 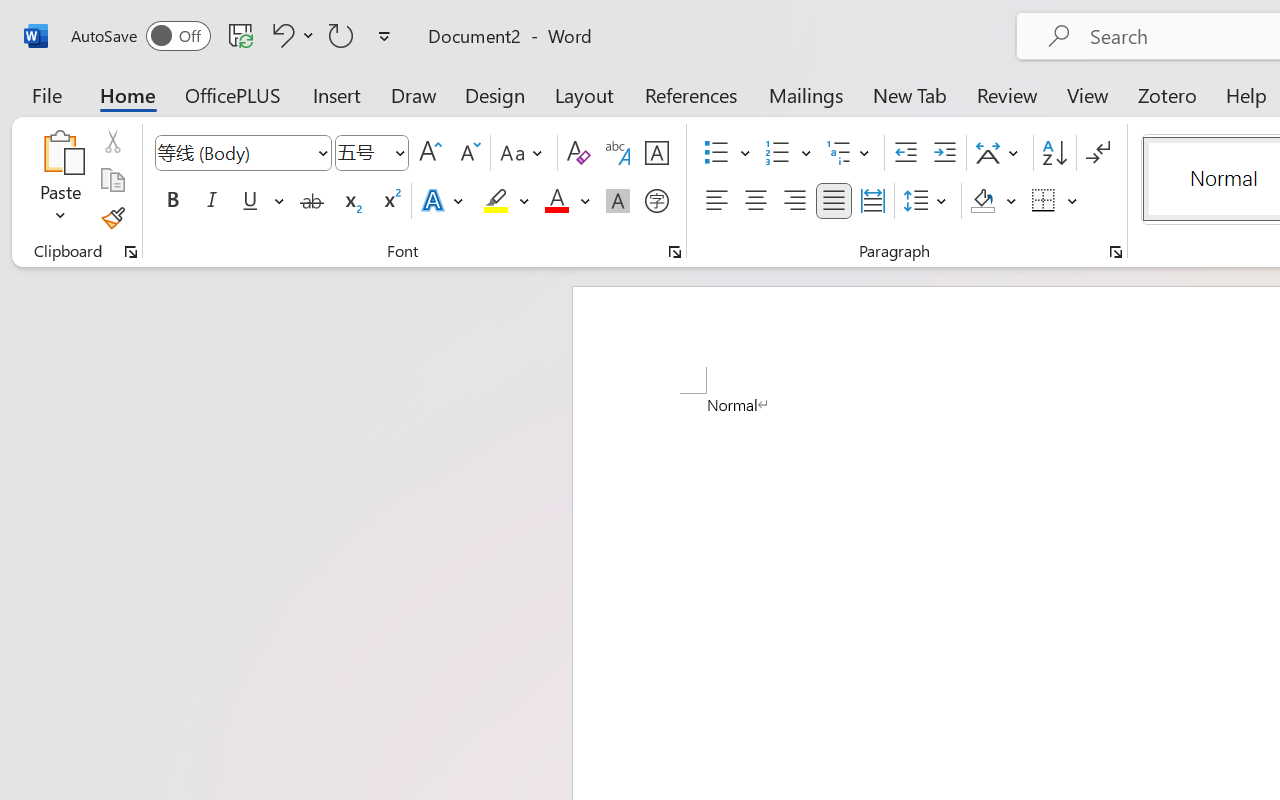 I want to click on 'Bullets', so click(x=716, y=153).